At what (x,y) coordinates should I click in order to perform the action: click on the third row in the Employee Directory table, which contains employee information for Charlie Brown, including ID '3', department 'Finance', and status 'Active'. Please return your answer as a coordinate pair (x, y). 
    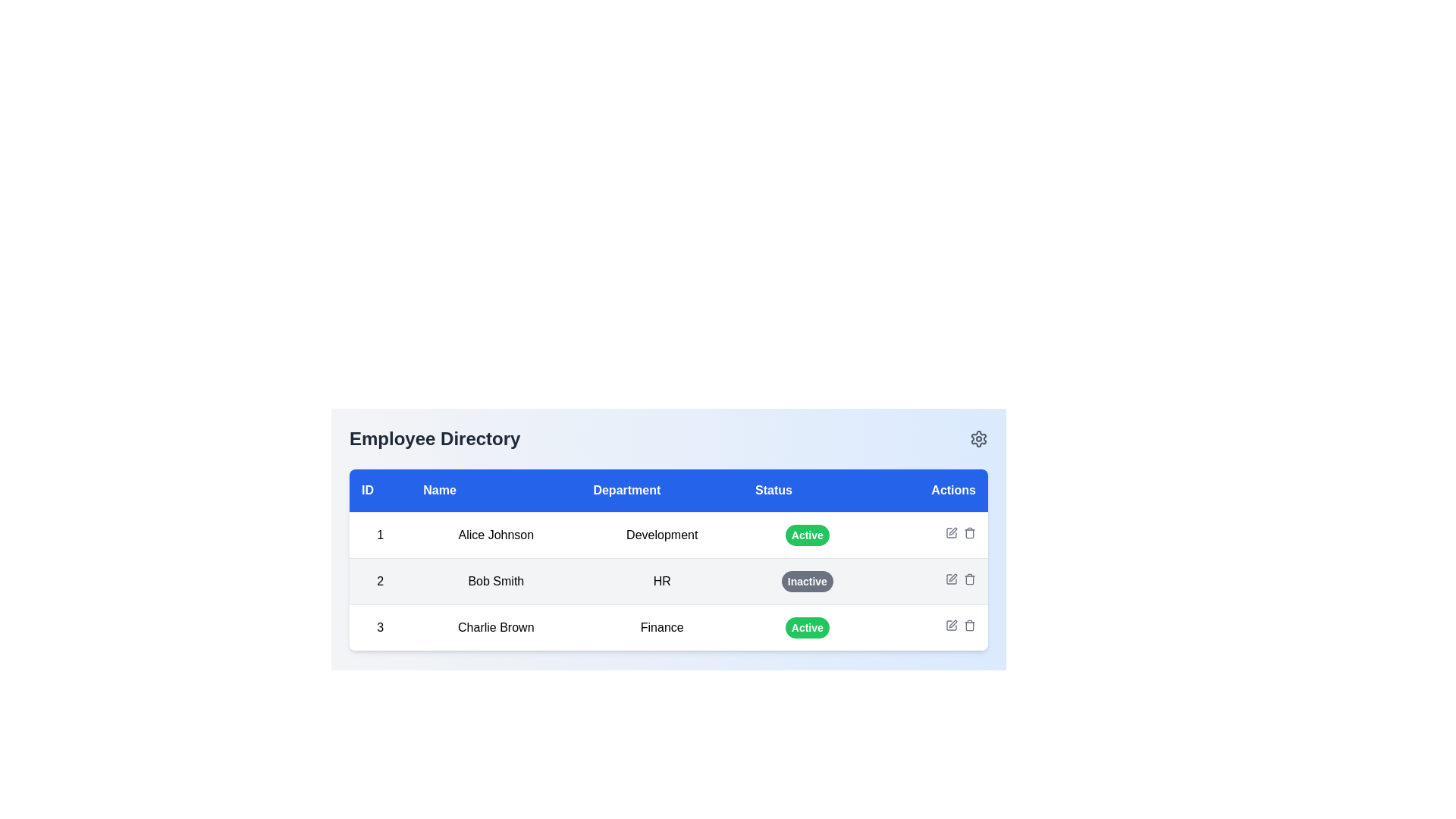
    Looking at the image, I should click on (668, 627).